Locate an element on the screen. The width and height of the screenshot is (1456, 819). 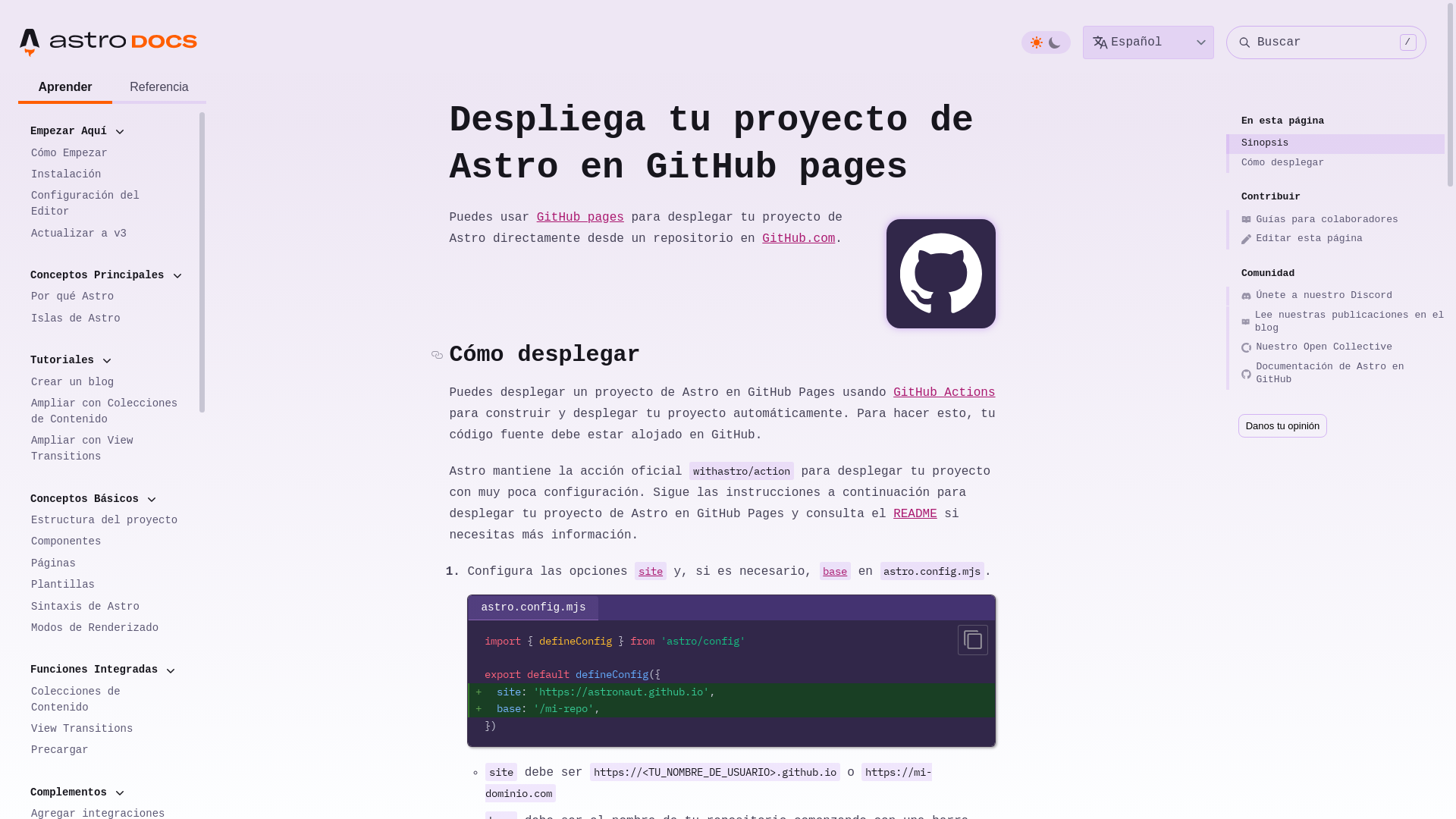
'Lee nuestras publicaciones en el blog' is located at coordinates (1335, 322).